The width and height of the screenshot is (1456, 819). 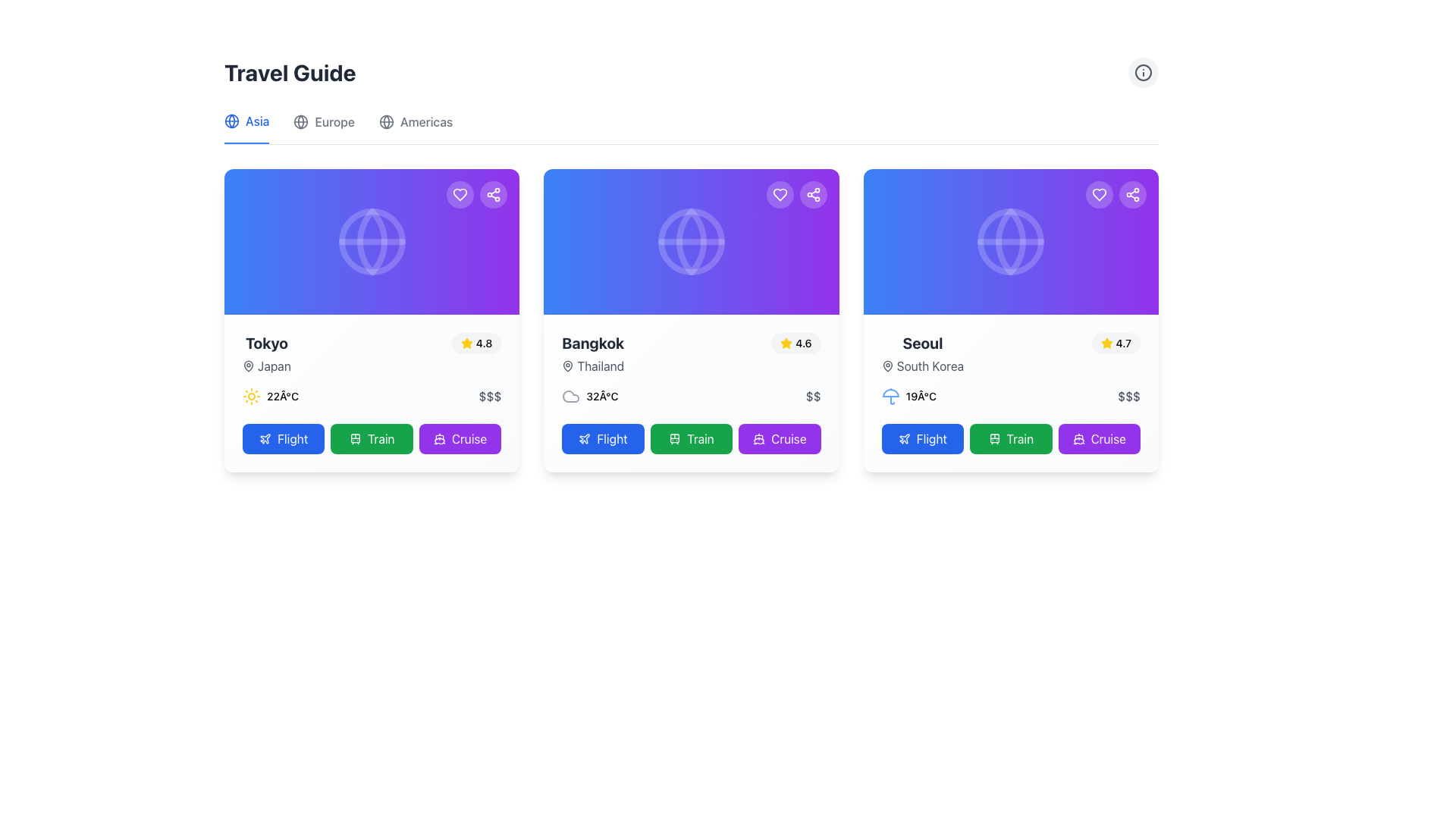 I want to click on the sun-shaped icon located in the weather information section of the Tokyo card, positioned to the left of the '22°C' text, so click(x=251, y=396).